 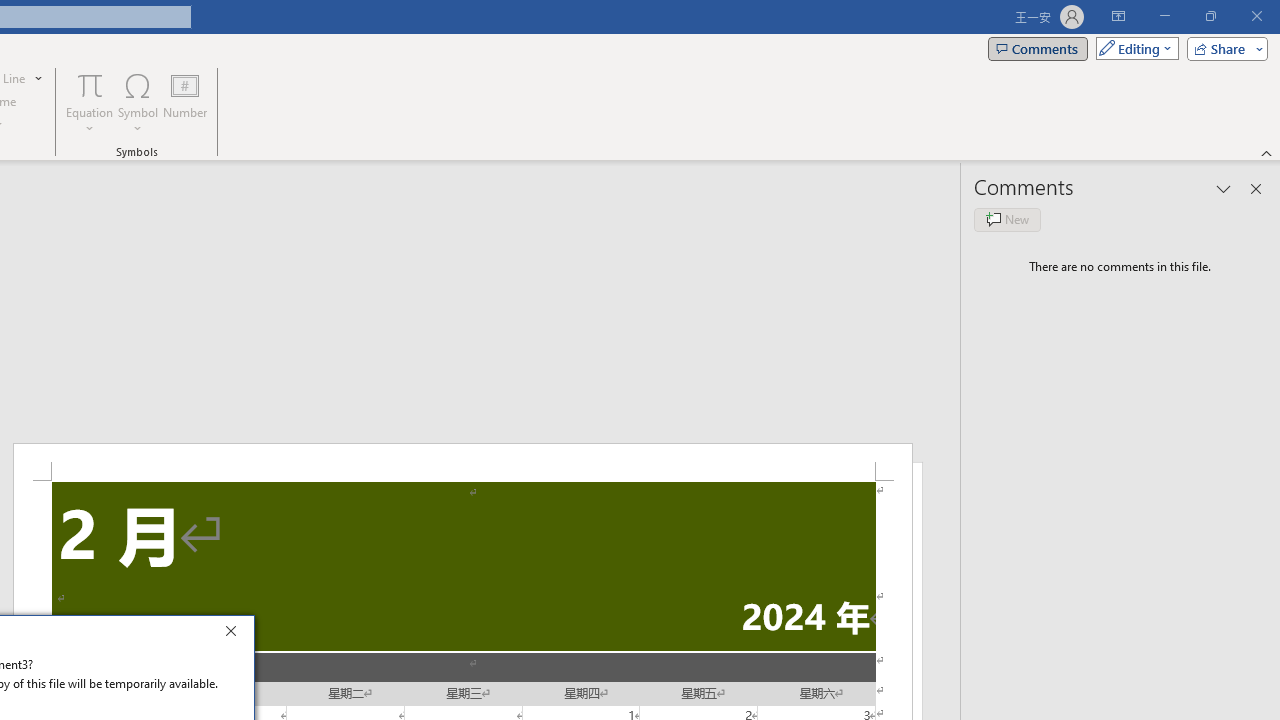 What do you see at coordinates (89, 121) in the screenshot?
I see `'More Options'` at bounding box center [89, 121].